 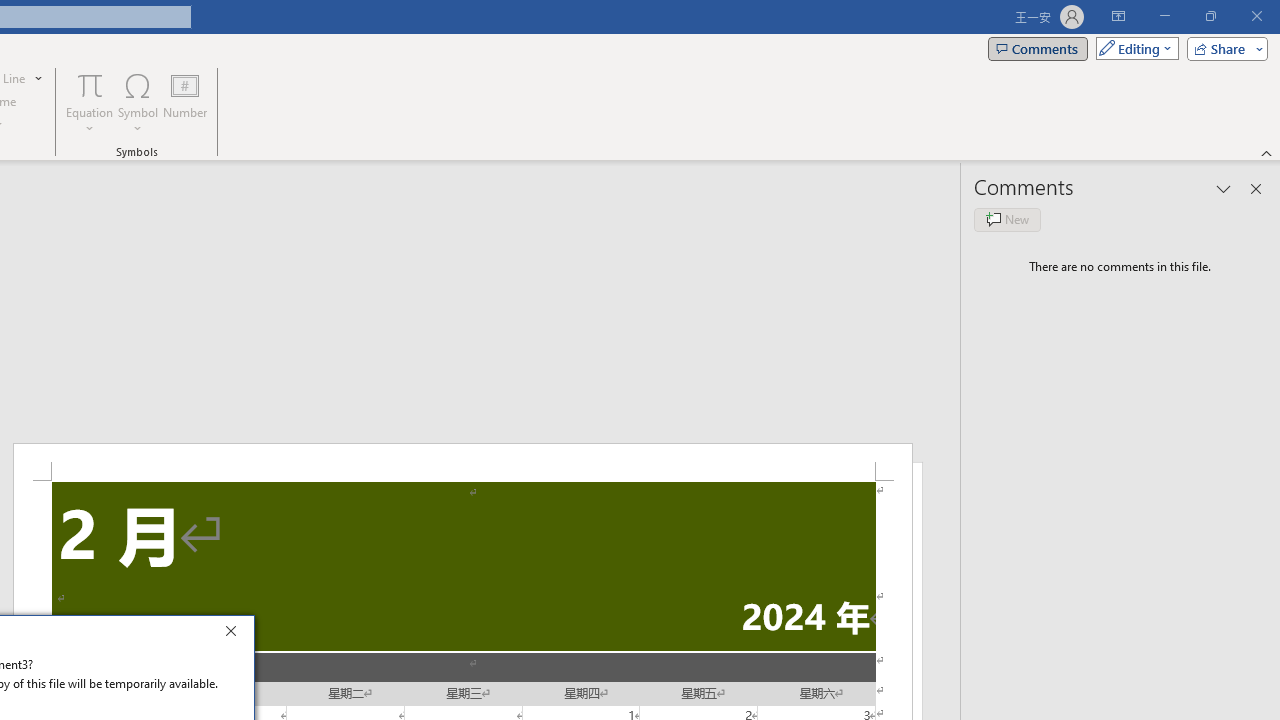 What do you see at coordinates (89, 121) in the screenshot?
I see `'More Options'` at bounding box center [89, 121].